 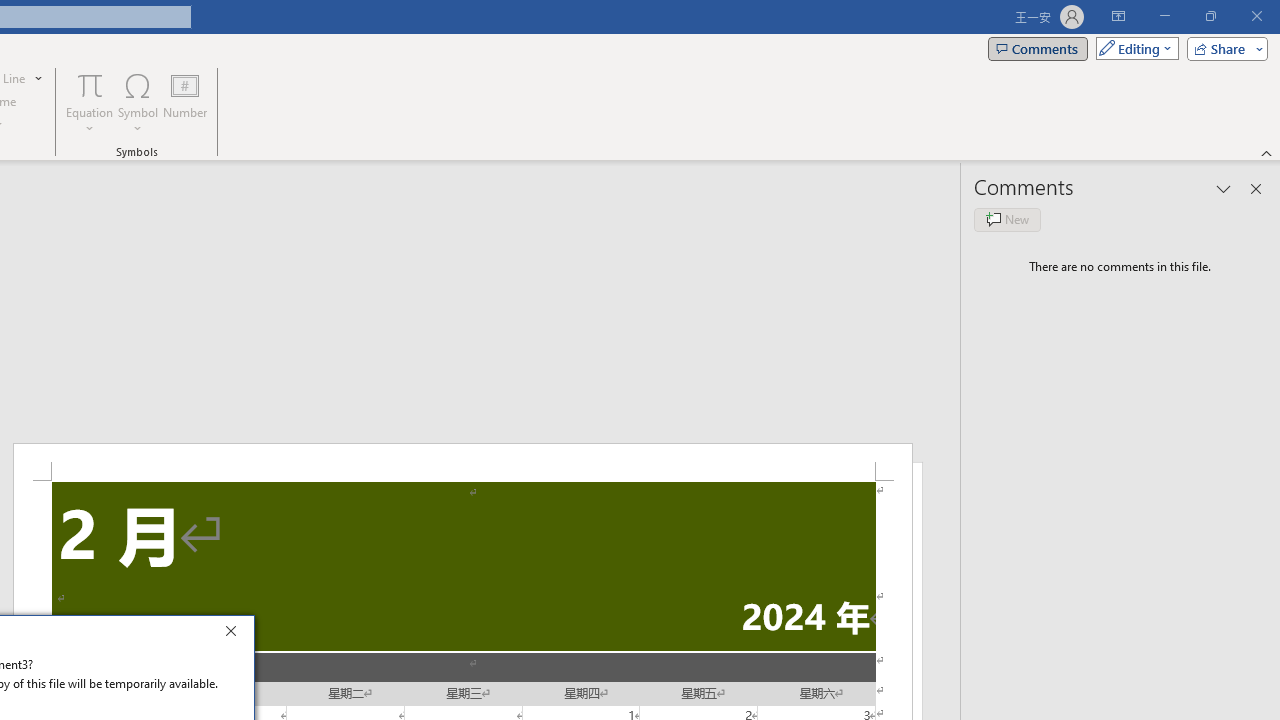 What do you see at coordinates (89, 121) in the screenshot?
I see `'More Options'` at bounding box center [89, 121].